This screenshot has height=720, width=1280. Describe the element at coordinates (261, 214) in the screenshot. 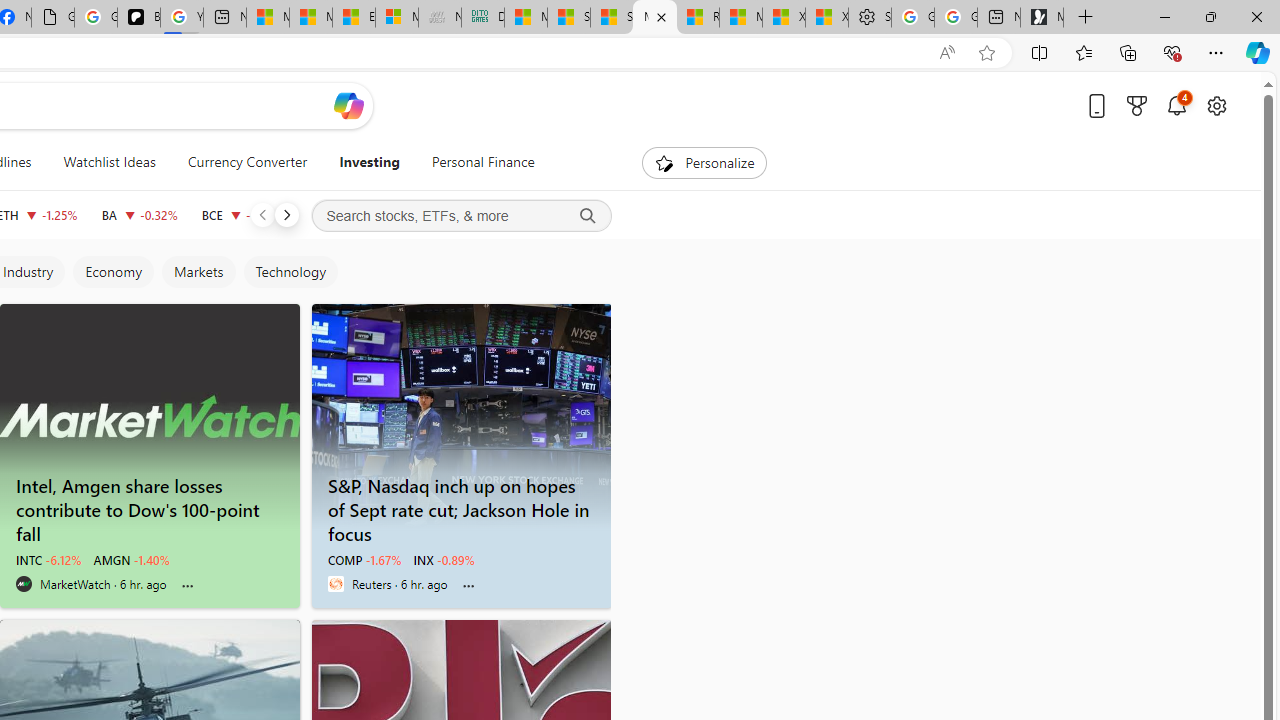

I see `'Previous'` at that location.